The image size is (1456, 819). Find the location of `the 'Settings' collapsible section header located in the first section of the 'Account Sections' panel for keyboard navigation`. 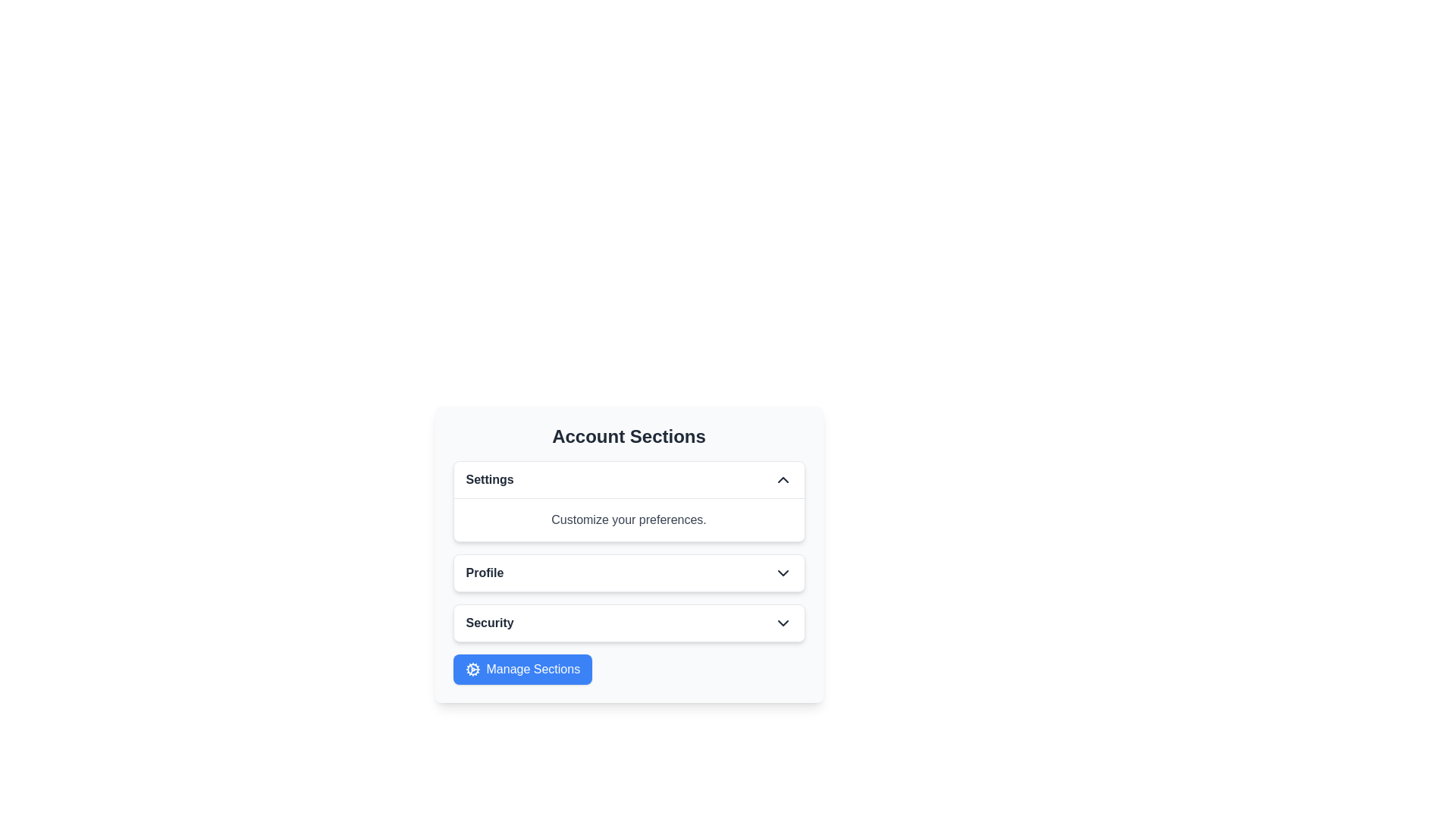

the 'Settings' collapsible section header located in the first section of the 'Account Sections' panel for keyboard navigation is located at coordinates (629, 479).